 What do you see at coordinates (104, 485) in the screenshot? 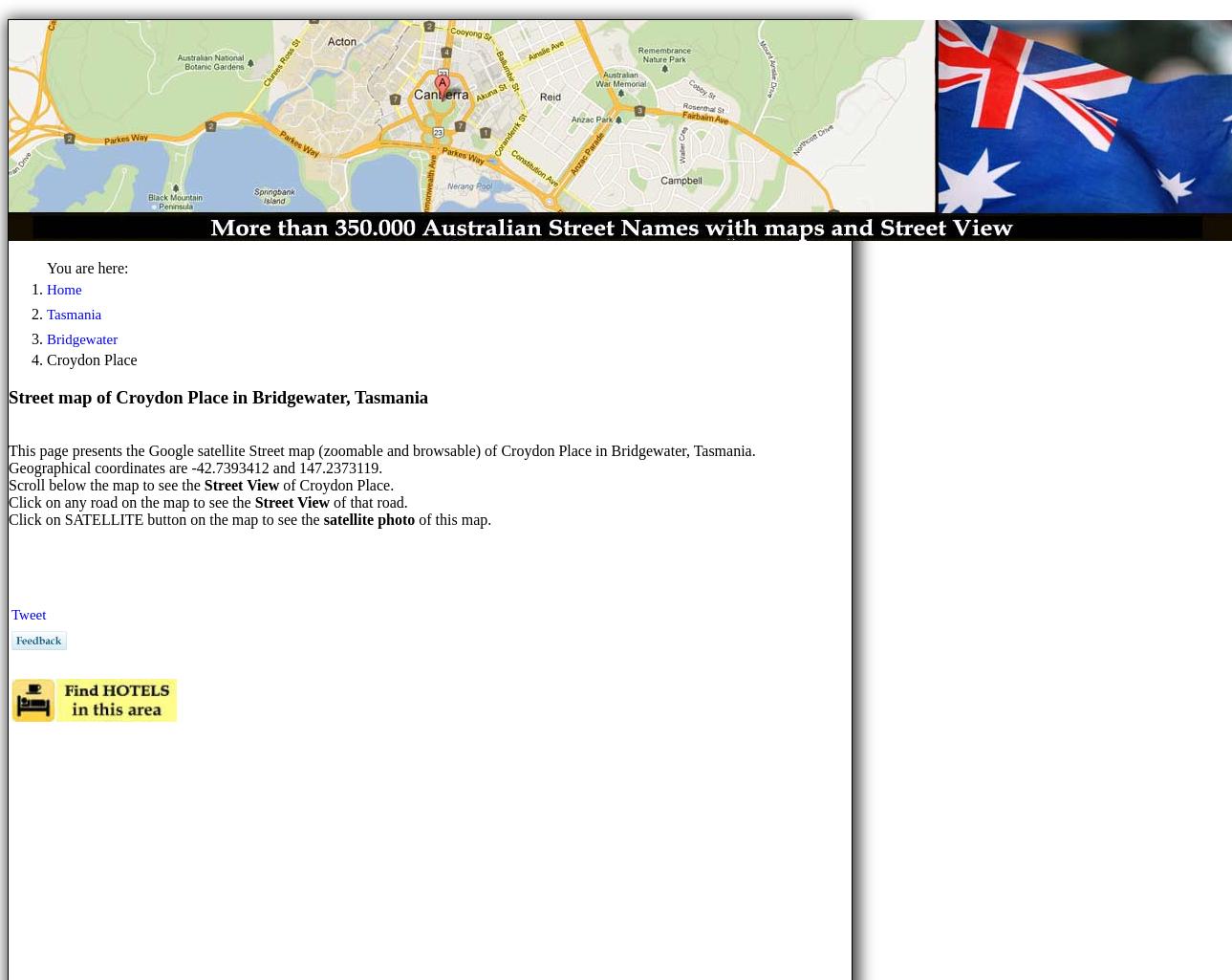
I see `'Scroll below the map to see the'` at bounding box center [104, 485].